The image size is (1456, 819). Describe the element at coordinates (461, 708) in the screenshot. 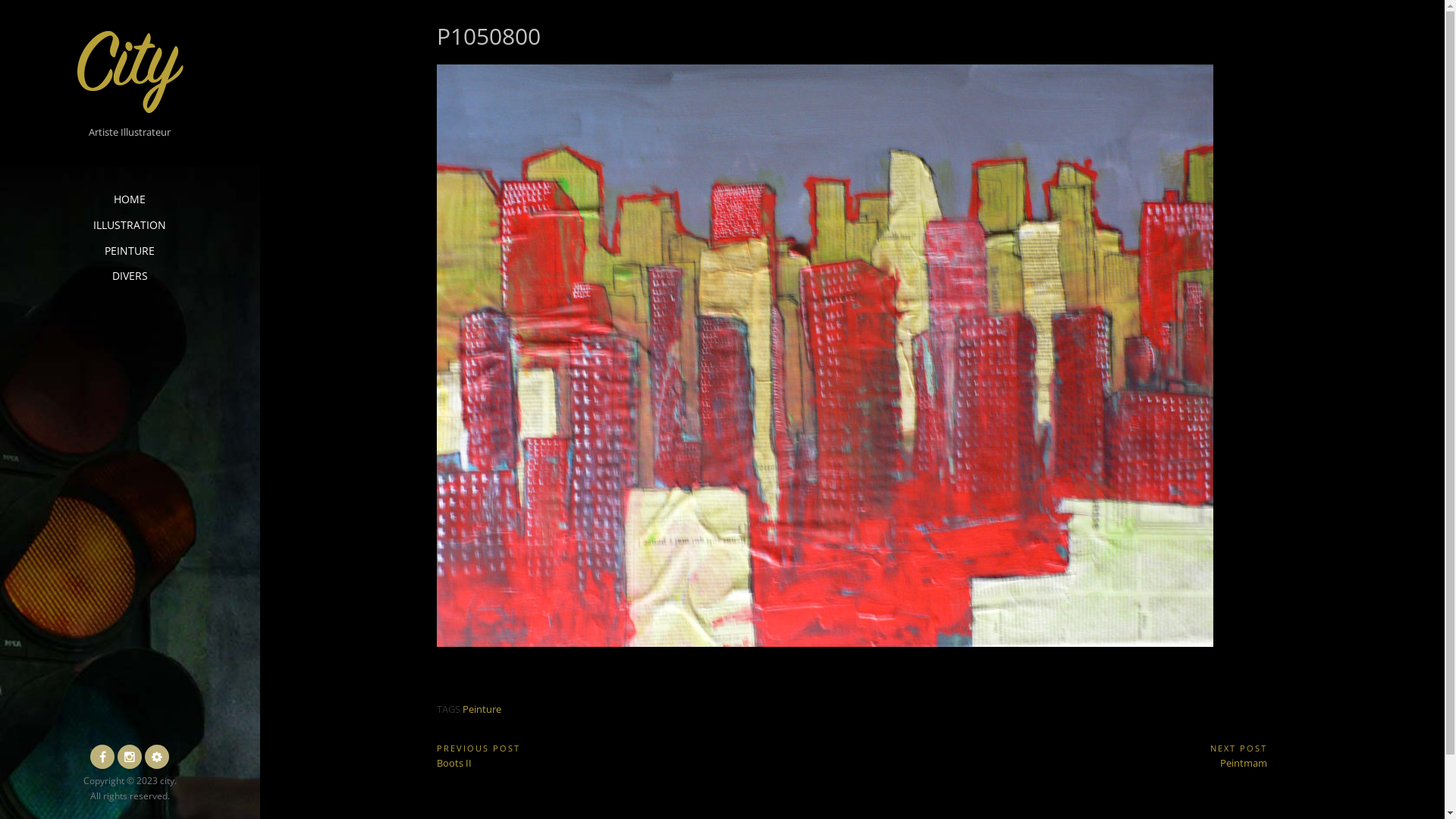

I see `'Peinture'` at that location.